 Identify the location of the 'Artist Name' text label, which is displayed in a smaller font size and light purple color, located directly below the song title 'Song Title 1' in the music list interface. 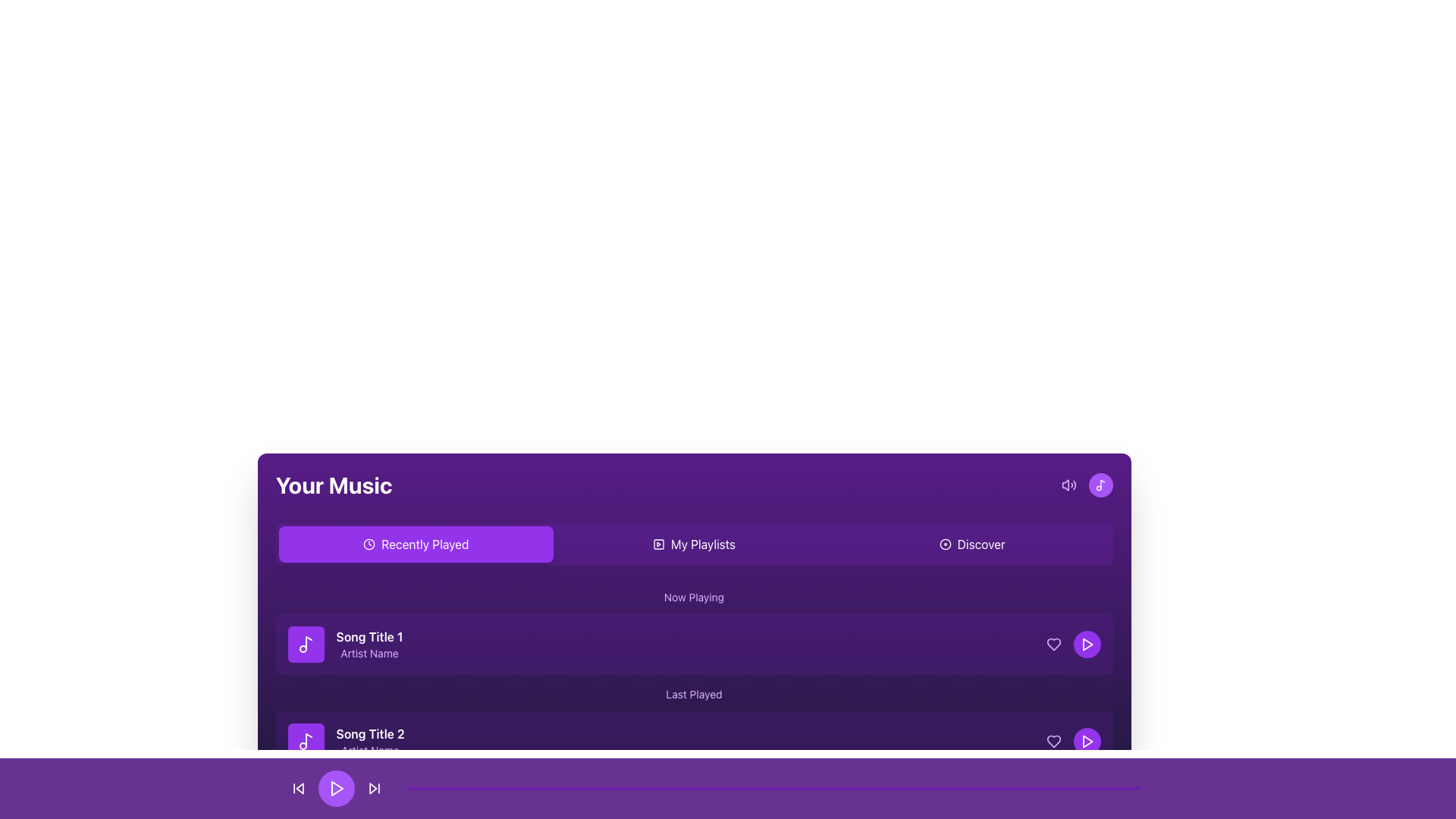
(369, 652).